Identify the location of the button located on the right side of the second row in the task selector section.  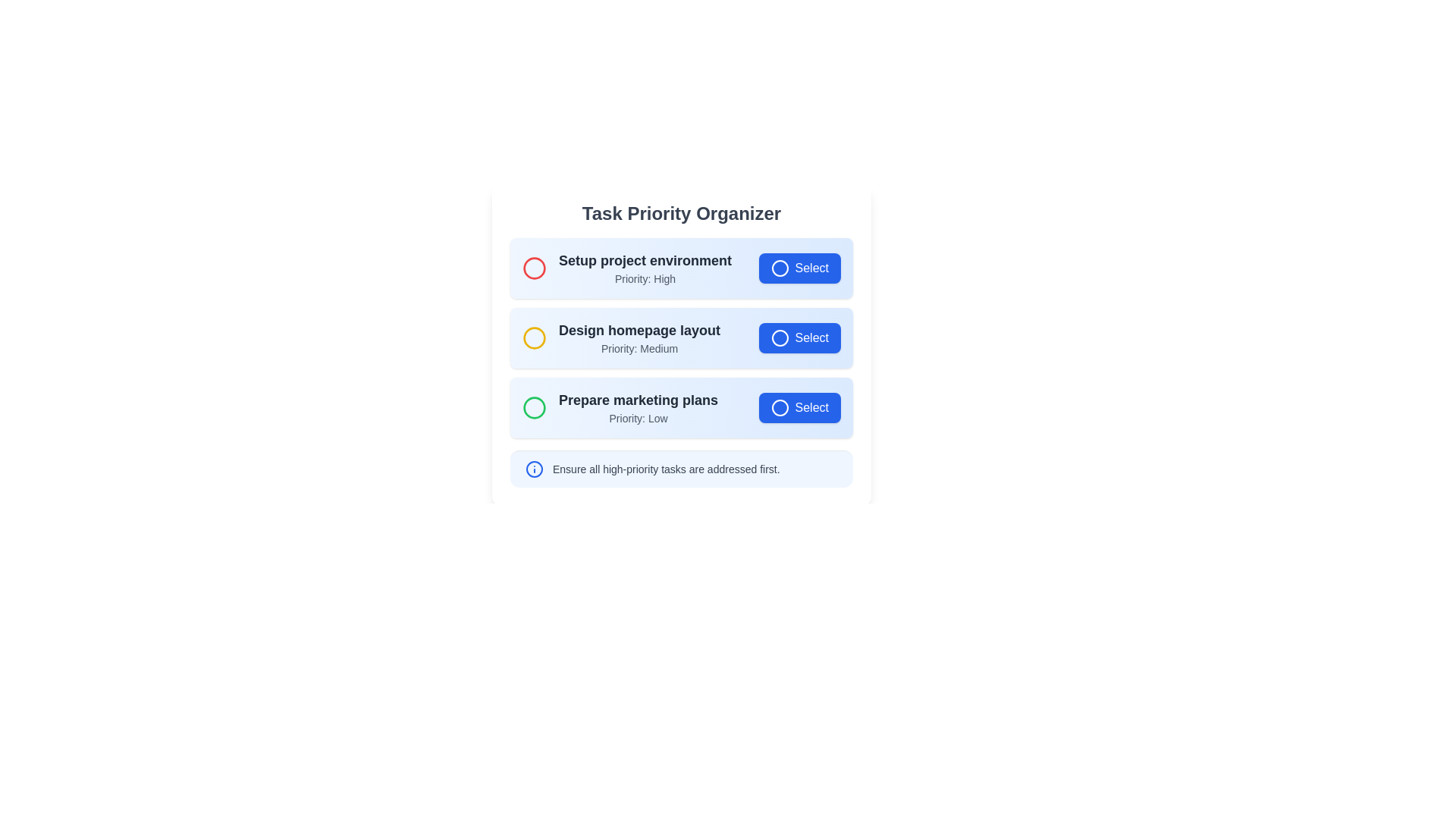
(780, 337).